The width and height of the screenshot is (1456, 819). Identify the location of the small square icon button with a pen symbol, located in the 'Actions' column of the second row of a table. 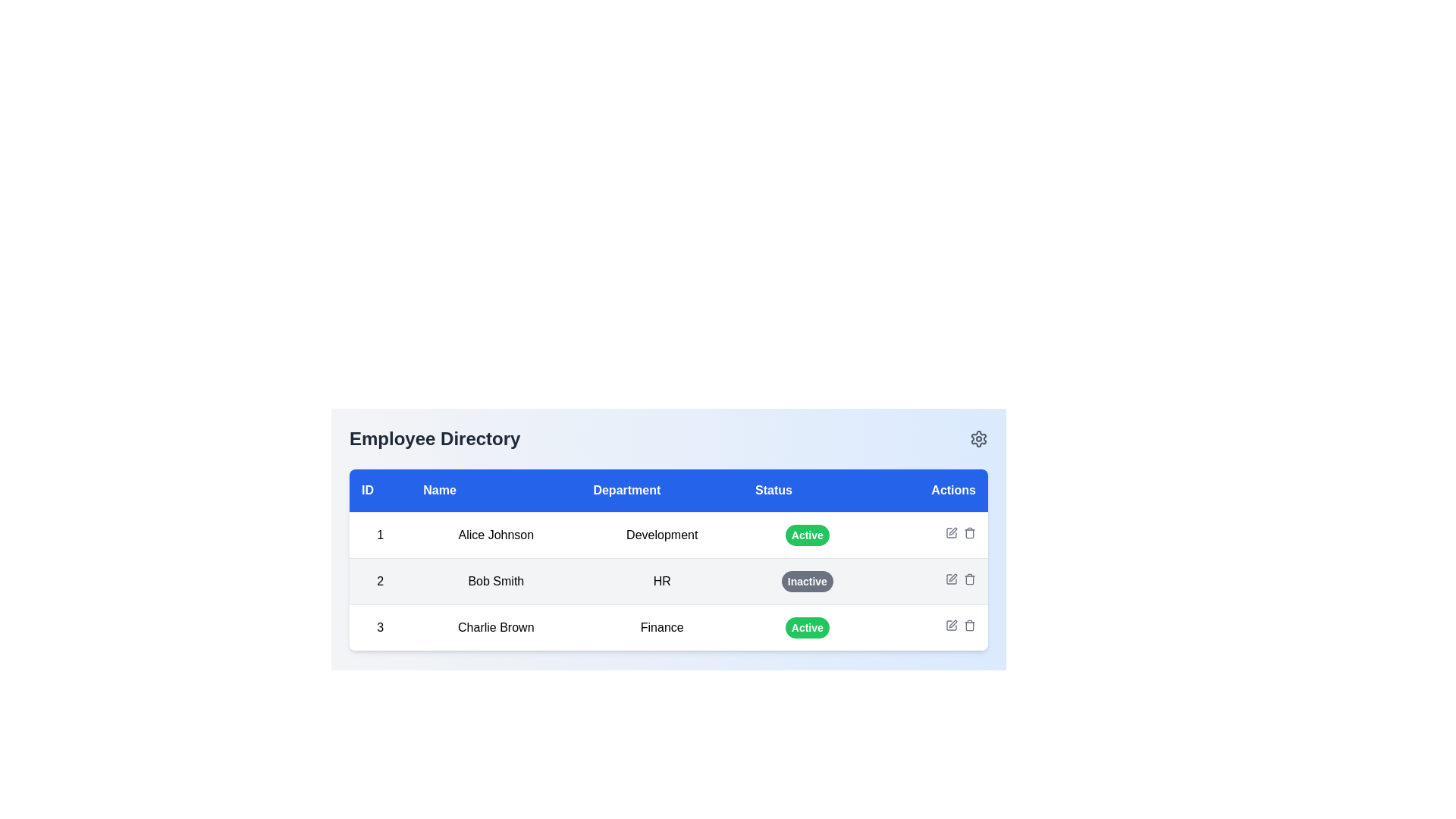
(950, 532).